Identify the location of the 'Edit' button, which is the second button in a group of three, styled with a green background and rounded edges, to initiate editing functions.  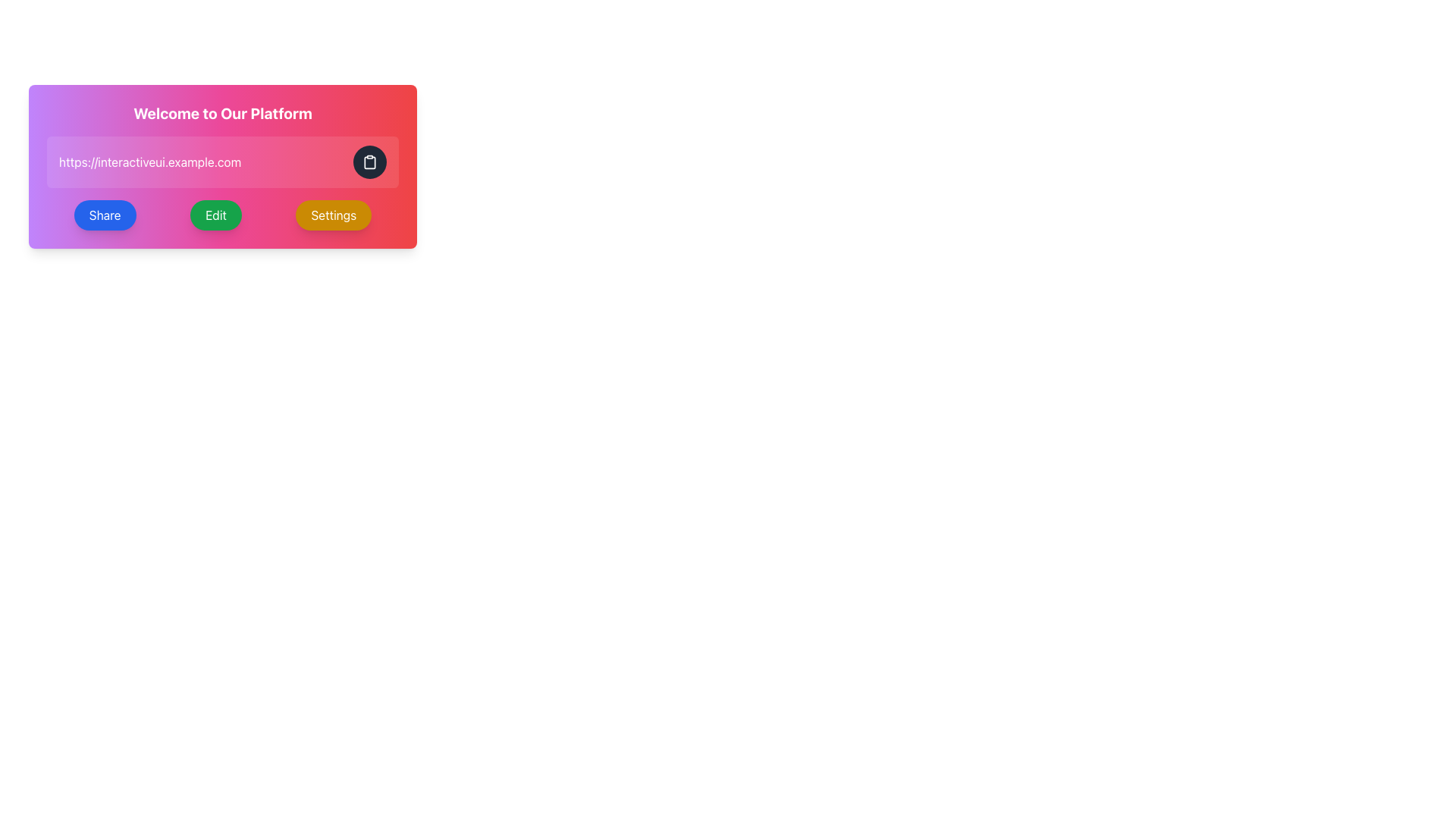
(221, 215).